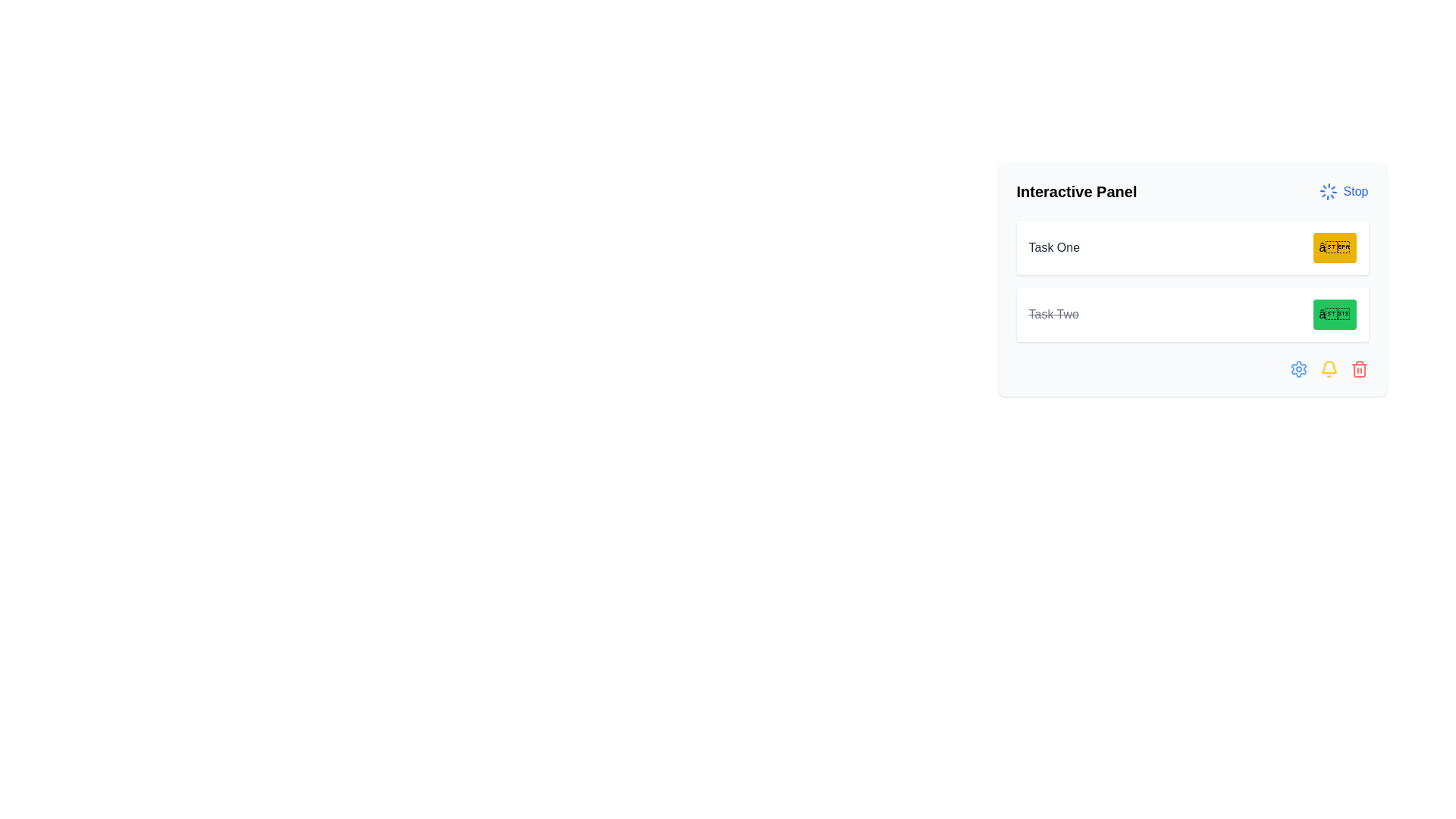  What do you see at coordinates (1335, 247) in the screenshot?
I see `the rectangular button with a yellow background and the '✗' symbol, located to the right of the 'Task One' label` at bounding box center [1335, 247].